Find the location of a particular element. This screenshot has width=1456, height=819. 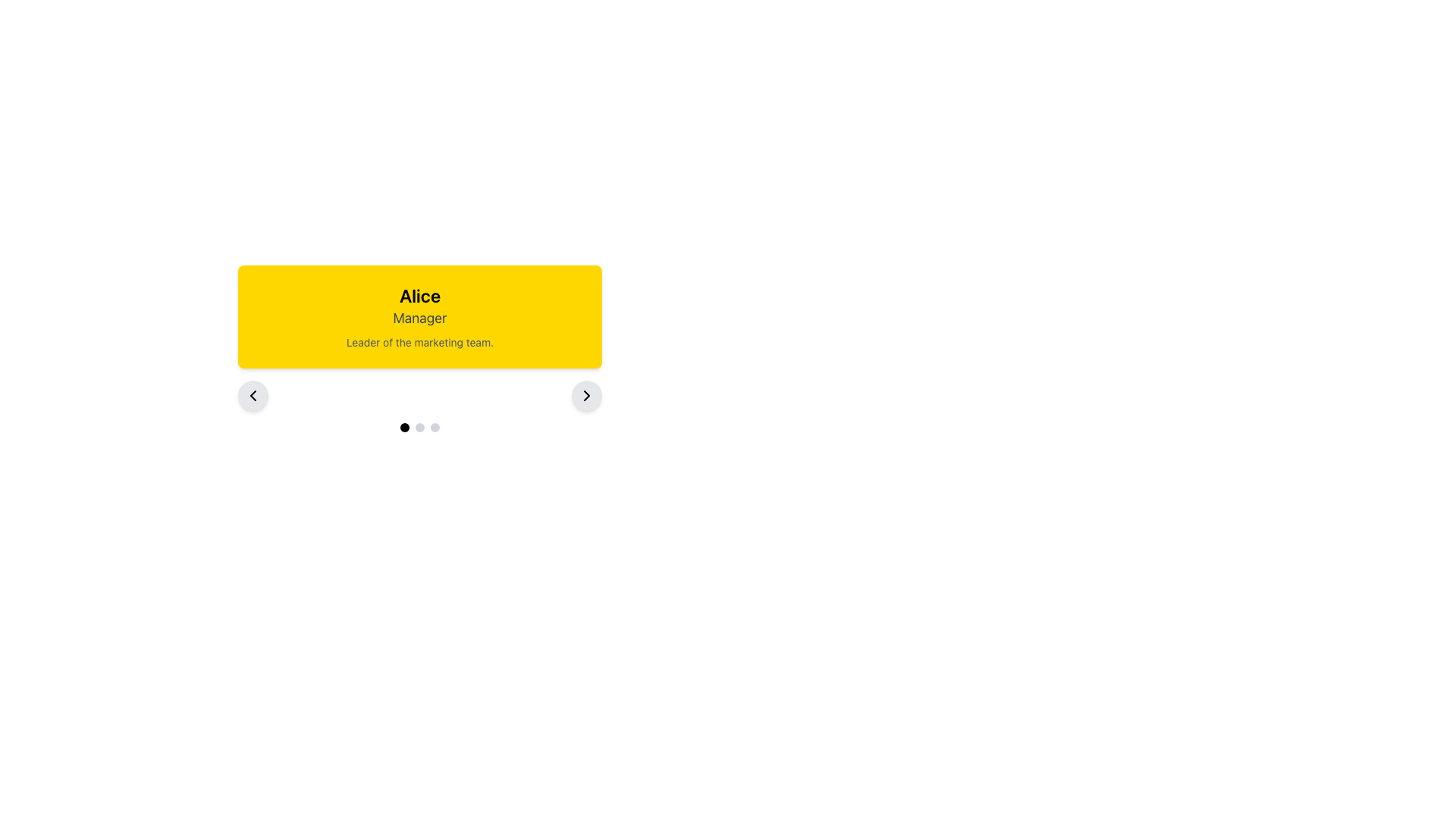

the arrow icon located at the bottom-right of the highlighted card is located at coordinates (585, 394).